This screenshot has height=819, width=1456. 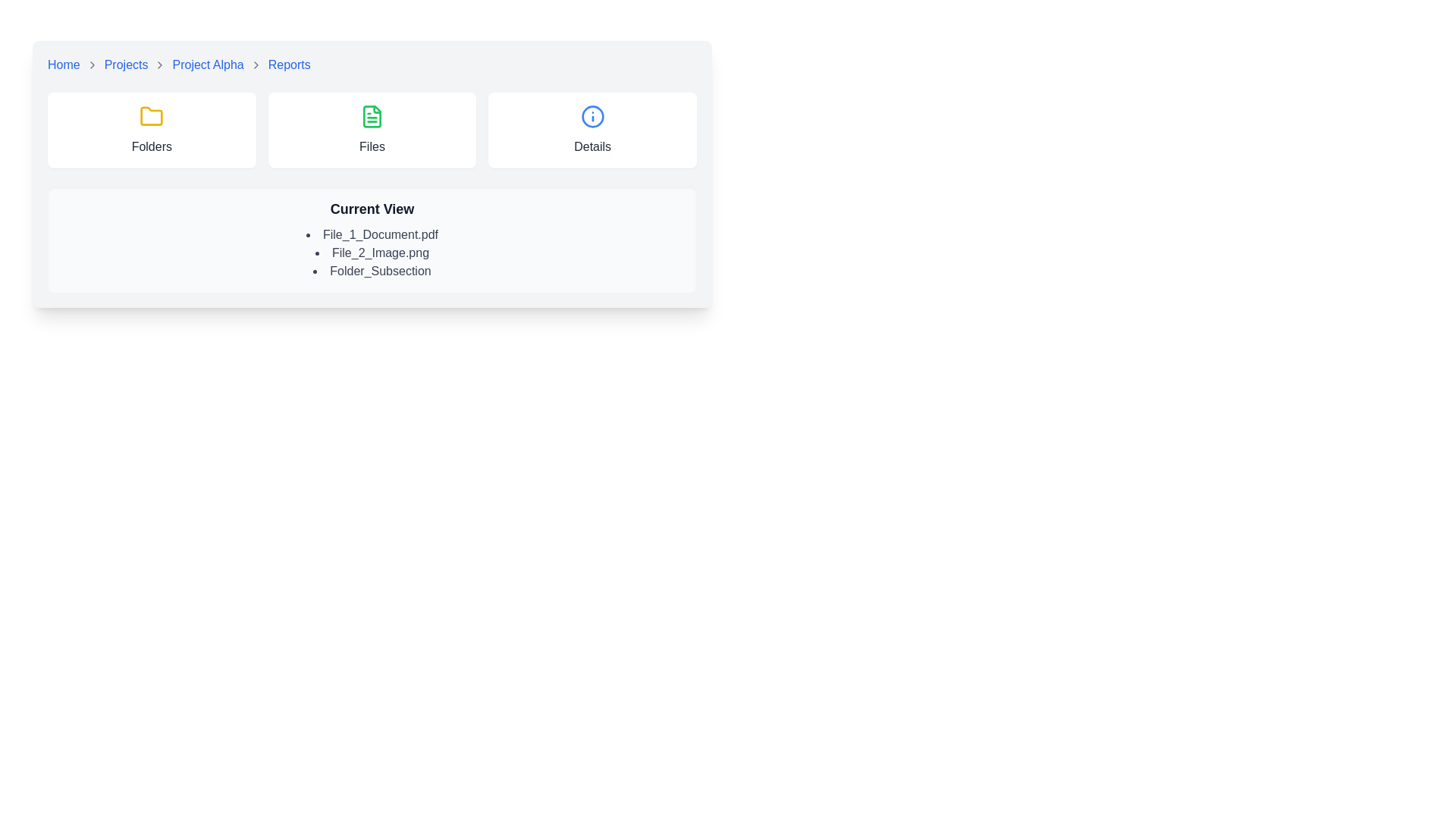 I want to click on the yellow folder icon, which is the leftmost element in the group above the label 'Folders.', so click(x=152, y=115).